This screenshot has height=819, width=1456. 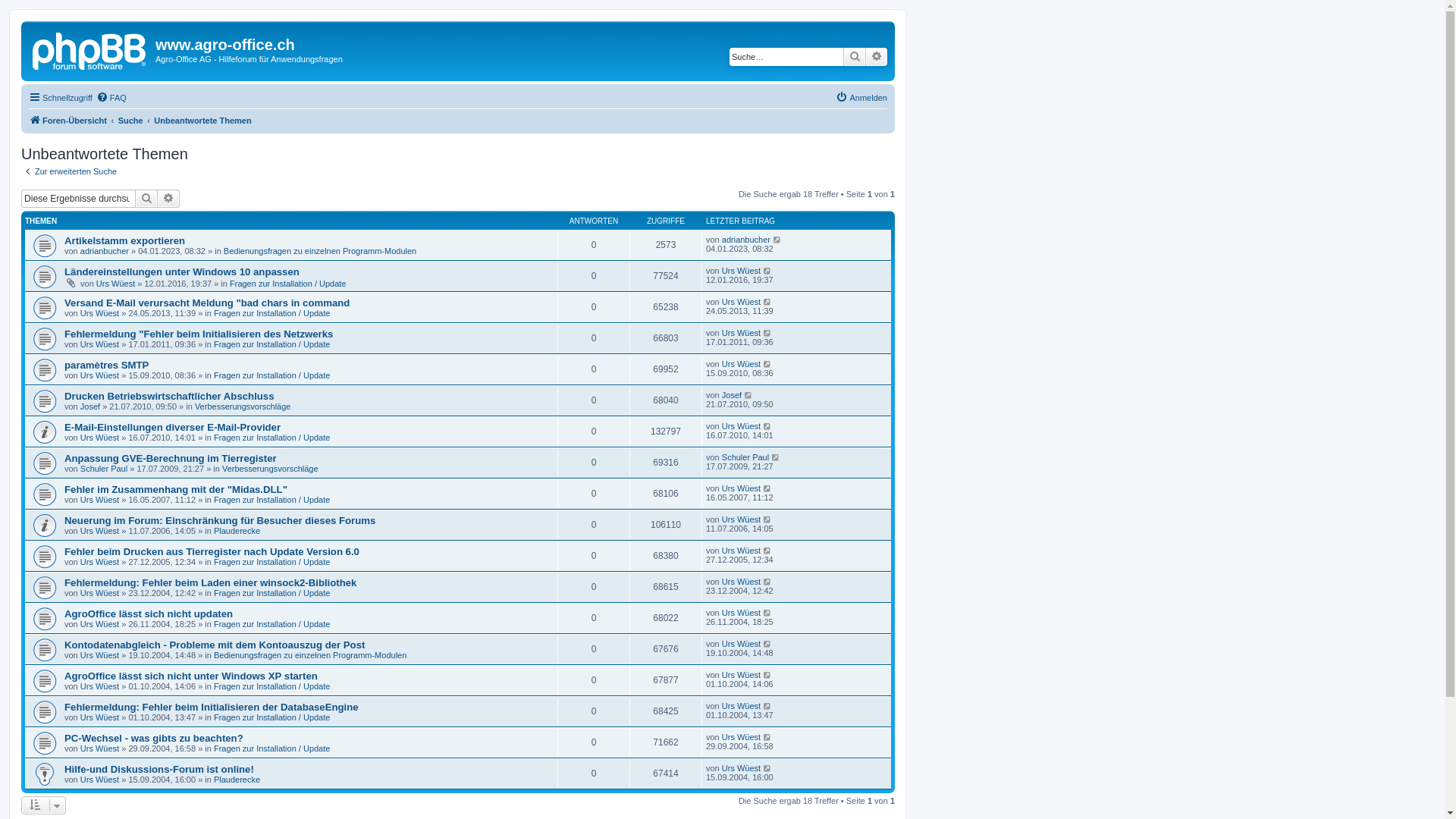 I want to click on 'Gehe zum letzten Beitrag', so click(x=763, y=519).